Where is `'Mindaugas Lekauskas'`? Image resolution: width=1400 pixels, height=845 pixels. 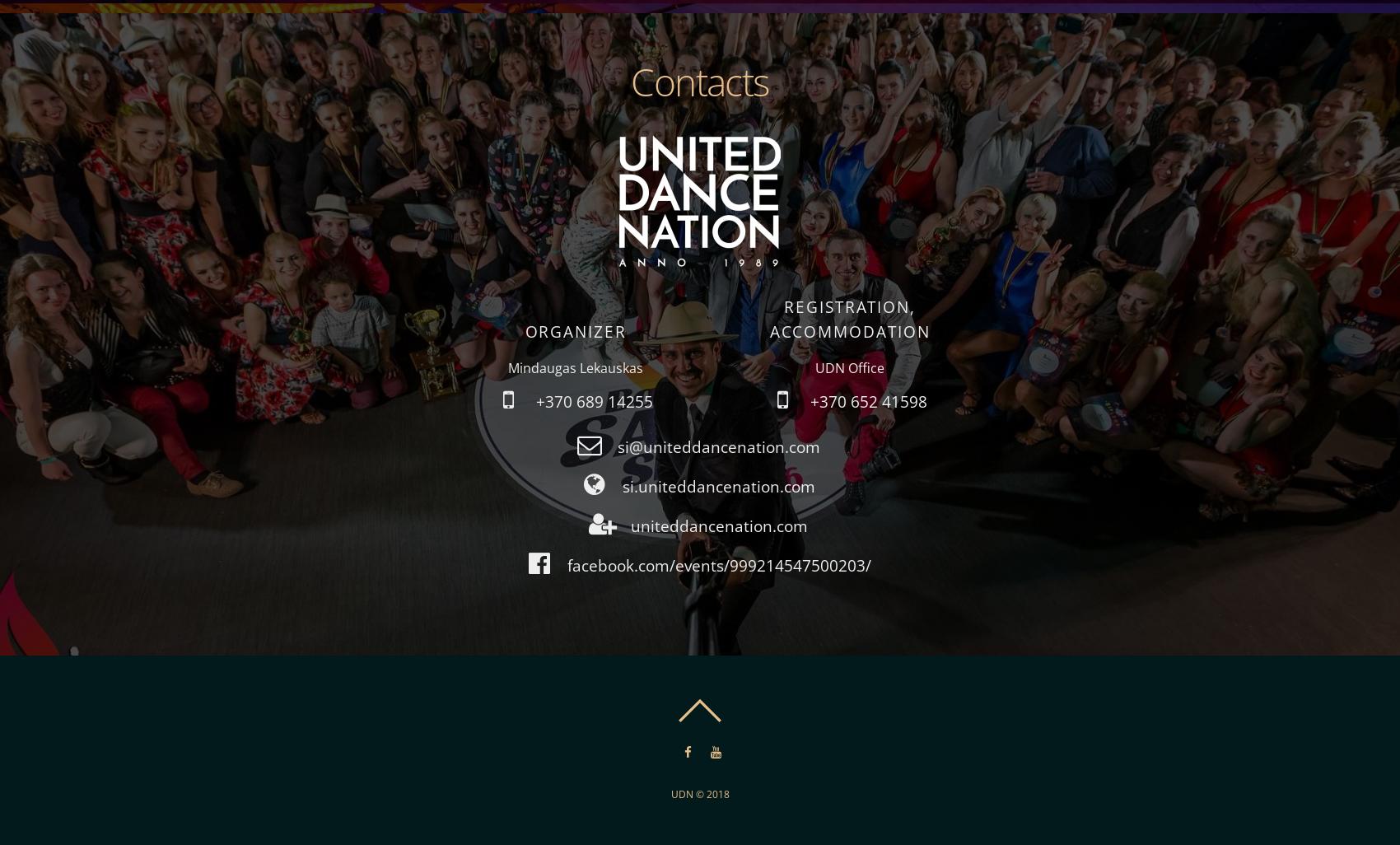
'Mindaugas Lekauskas' is located at coordinates (506, 367).